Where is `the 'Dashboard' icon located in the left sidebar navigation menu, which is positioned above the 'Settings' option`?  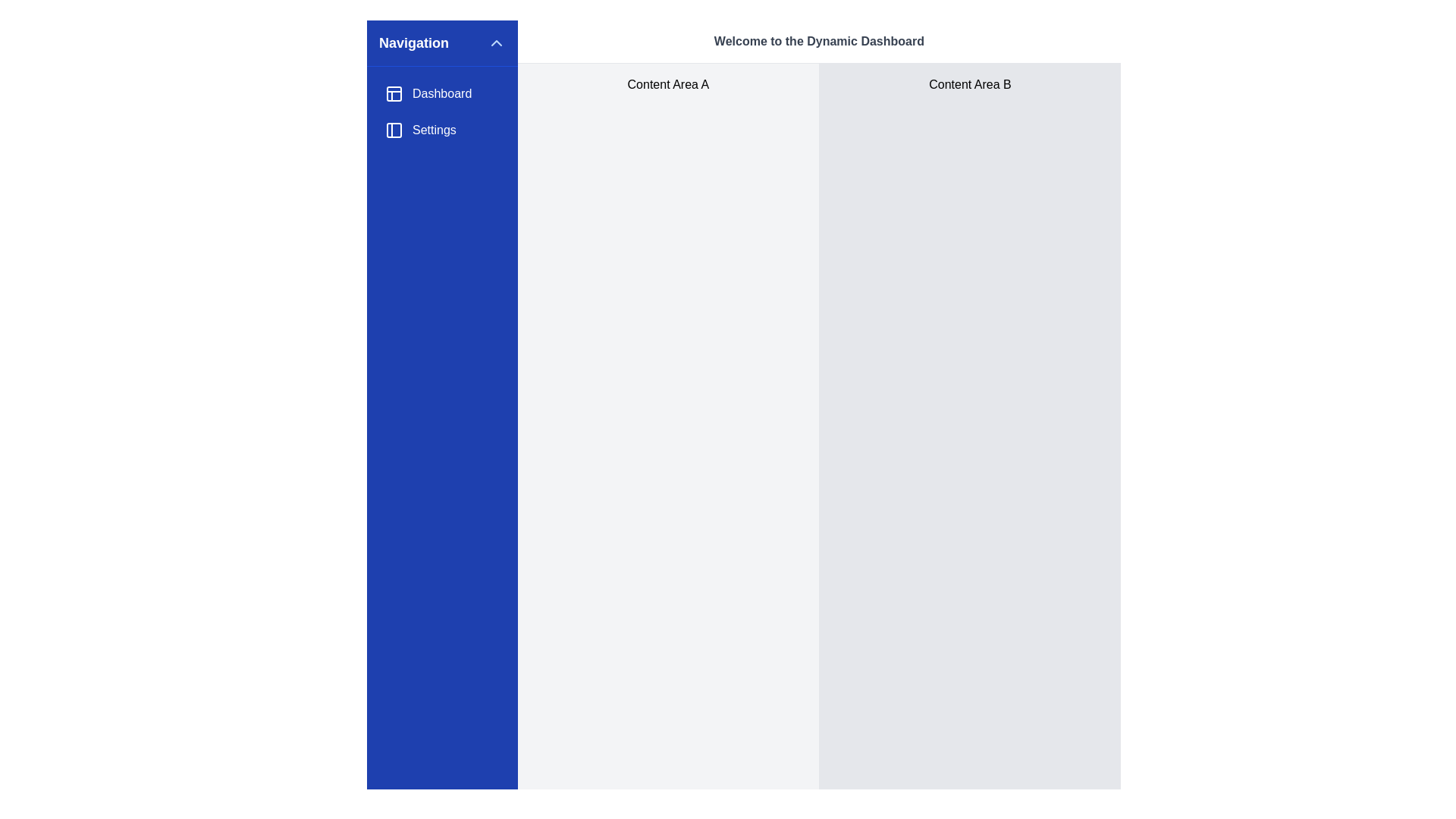 the 'Dashboard' icon located in the left sidebar navigation menu, which is positioned above the 'Settings' option is located at coordinates (394, 93).